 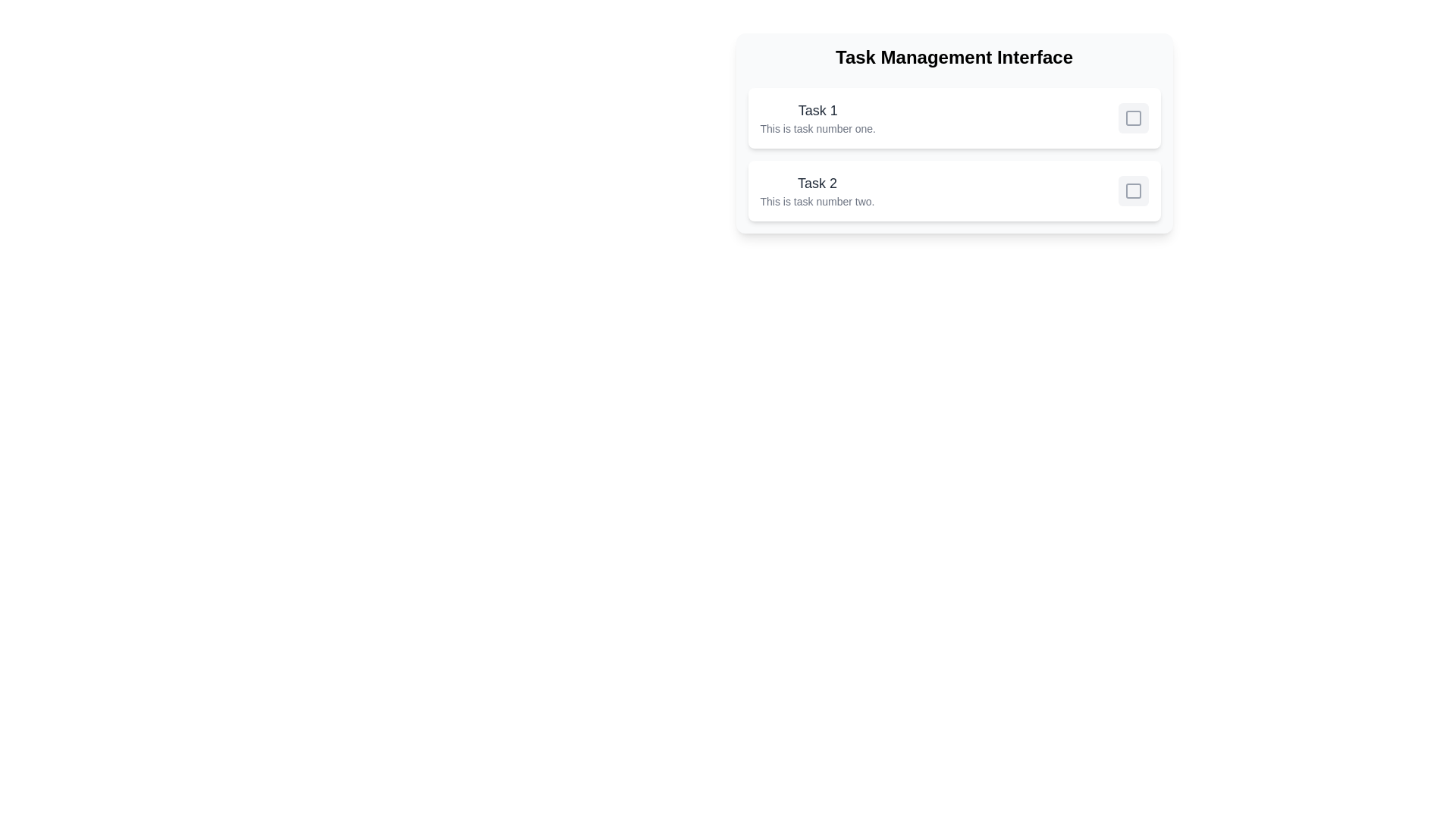 I want to click on the small square icon with rounded corners located in the lower section of 'Task 2', aligned to the right side, so click(x=1133, y=190).